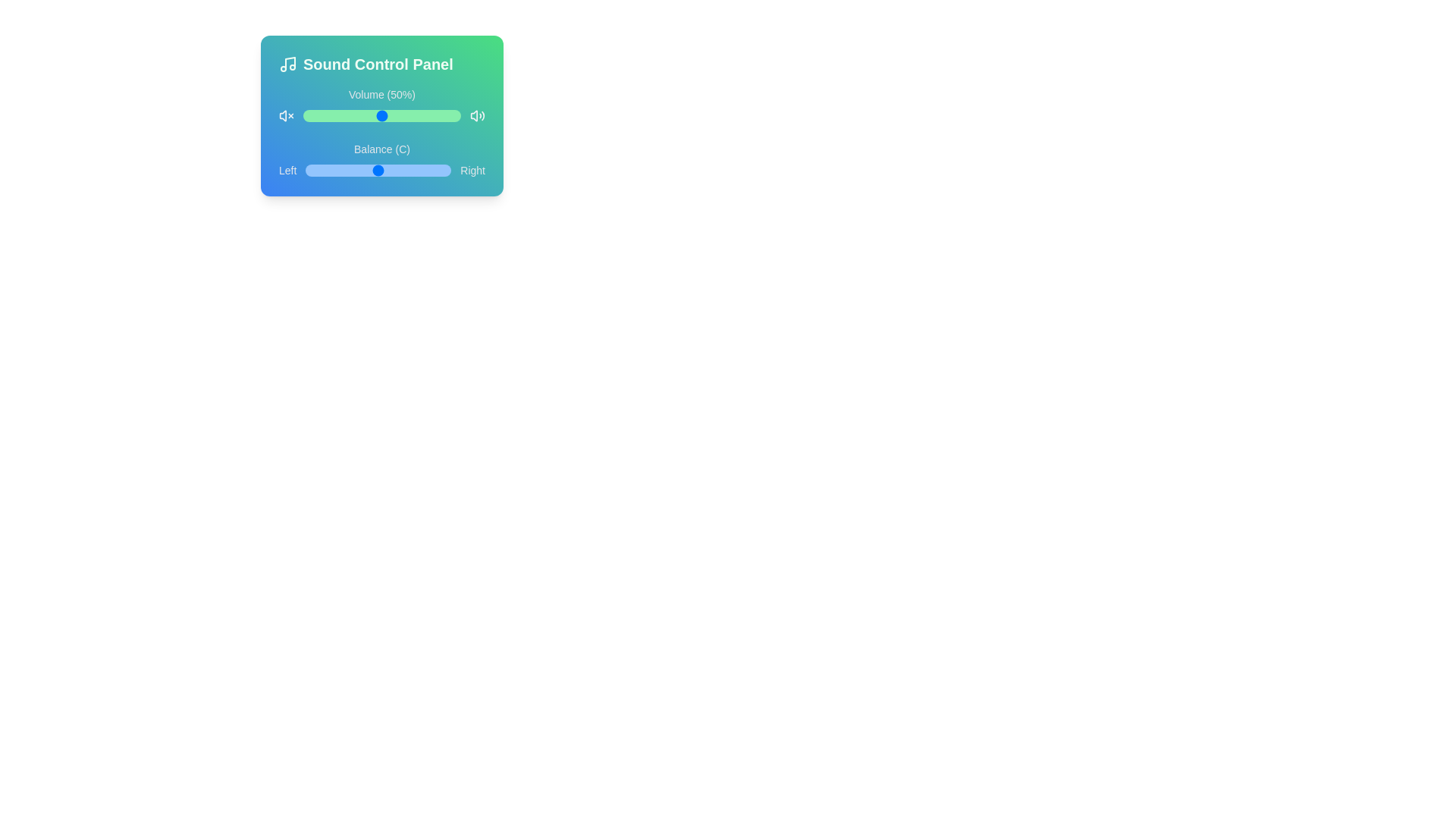 Image resolution: width=1456 pixels, height=819 pixels. What do you see at coordinates (362, 170) in the screenshot?
I see `balance` at bounding box center [362, 170].